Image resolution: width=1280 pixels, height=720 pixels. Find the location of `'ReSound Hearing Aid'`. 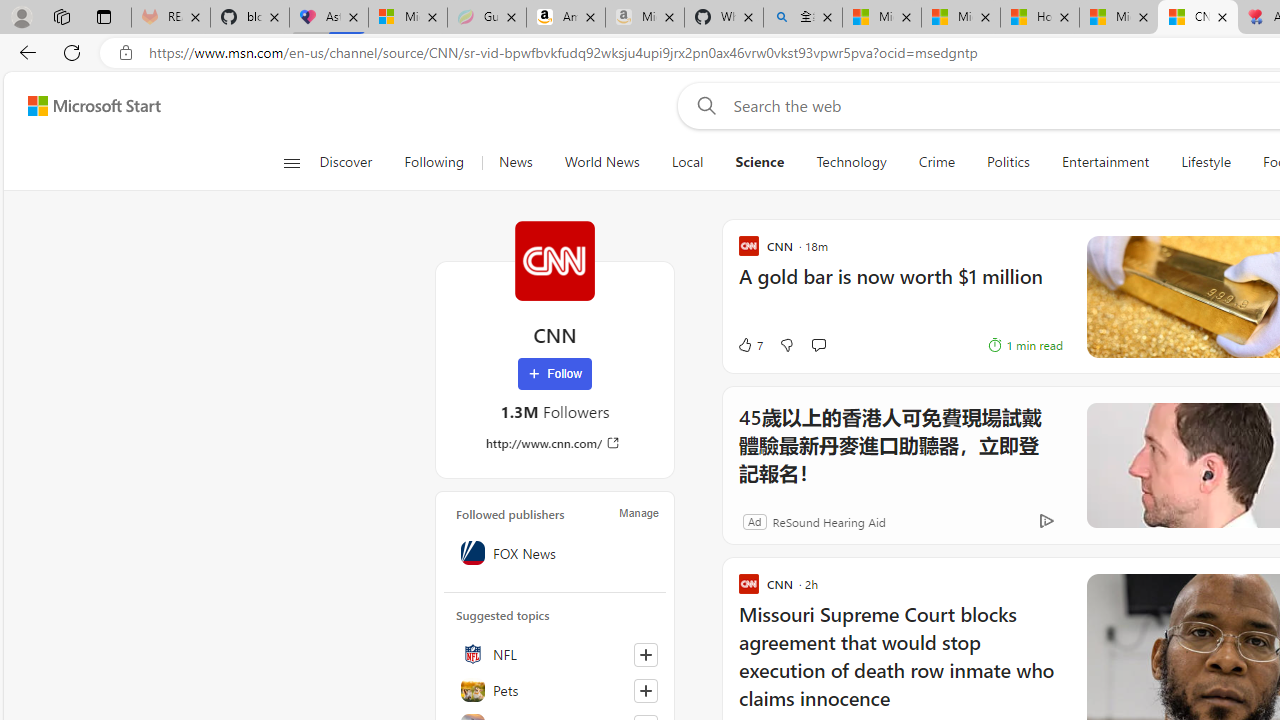

'ReSound Hearing Aid' is located at coordinates (828, 520).